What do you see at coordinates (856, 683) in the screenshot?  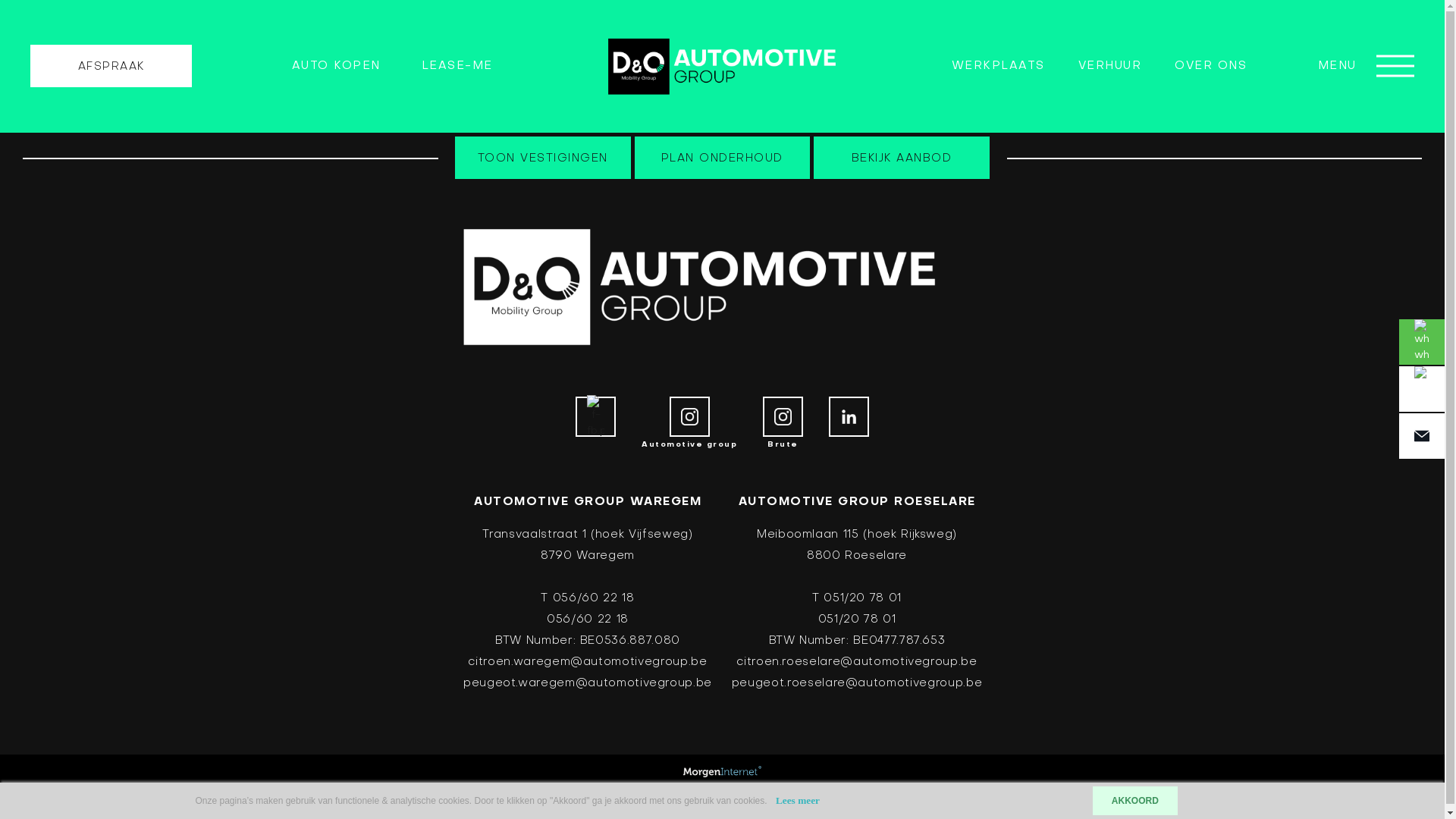 I see `'peugeot.roeselare@automotivegroup.be'` at bounding box center [856, 683].